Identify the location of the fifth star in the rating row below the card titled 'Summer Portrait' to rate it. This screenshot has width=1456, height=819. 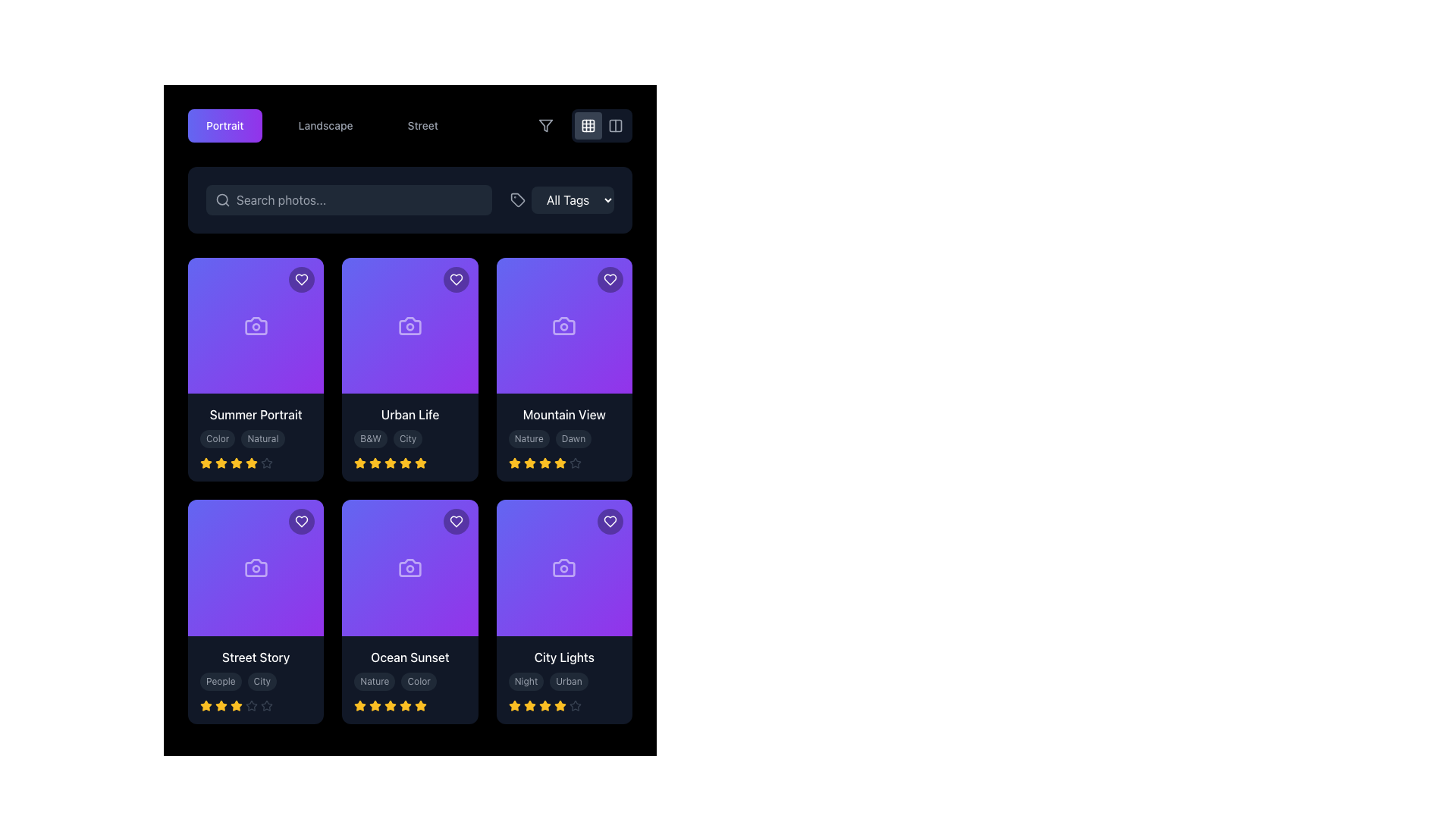
(251, 463).